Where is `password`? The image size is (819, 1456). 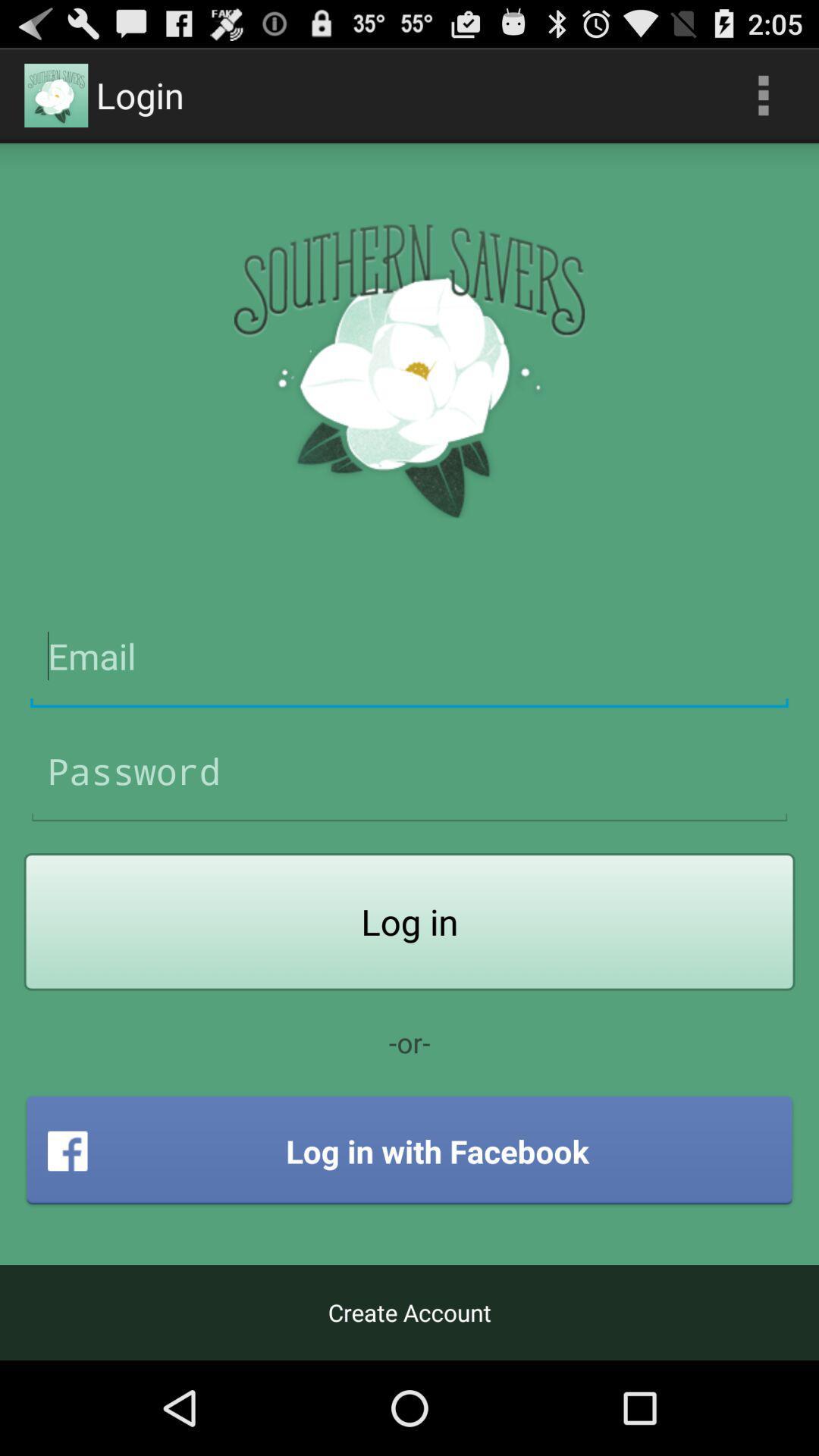
password is located at coordinates (409, 771).